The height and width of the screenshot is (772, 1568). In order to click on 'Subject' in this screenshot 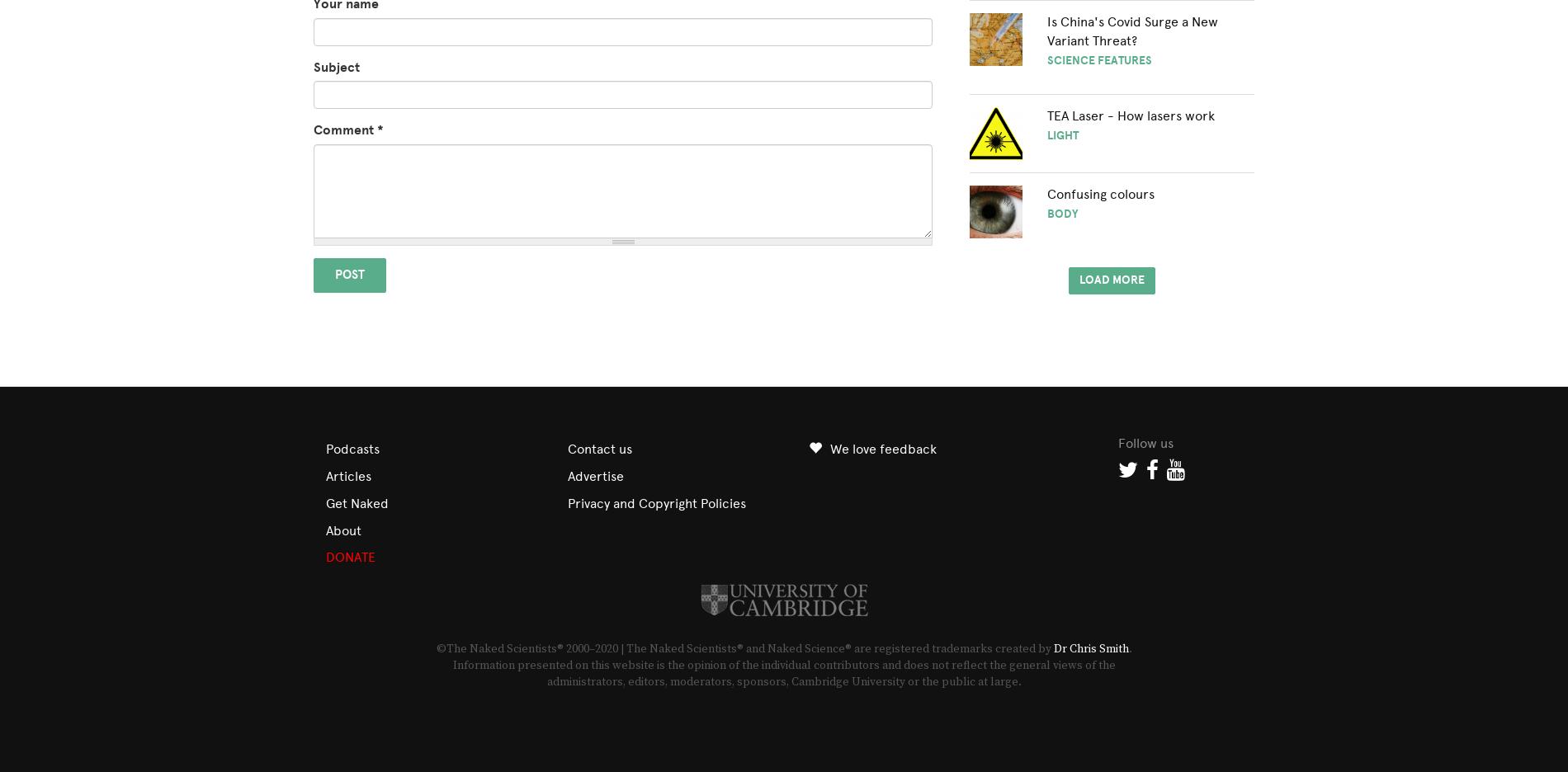, I will do `click(335, 65)`.